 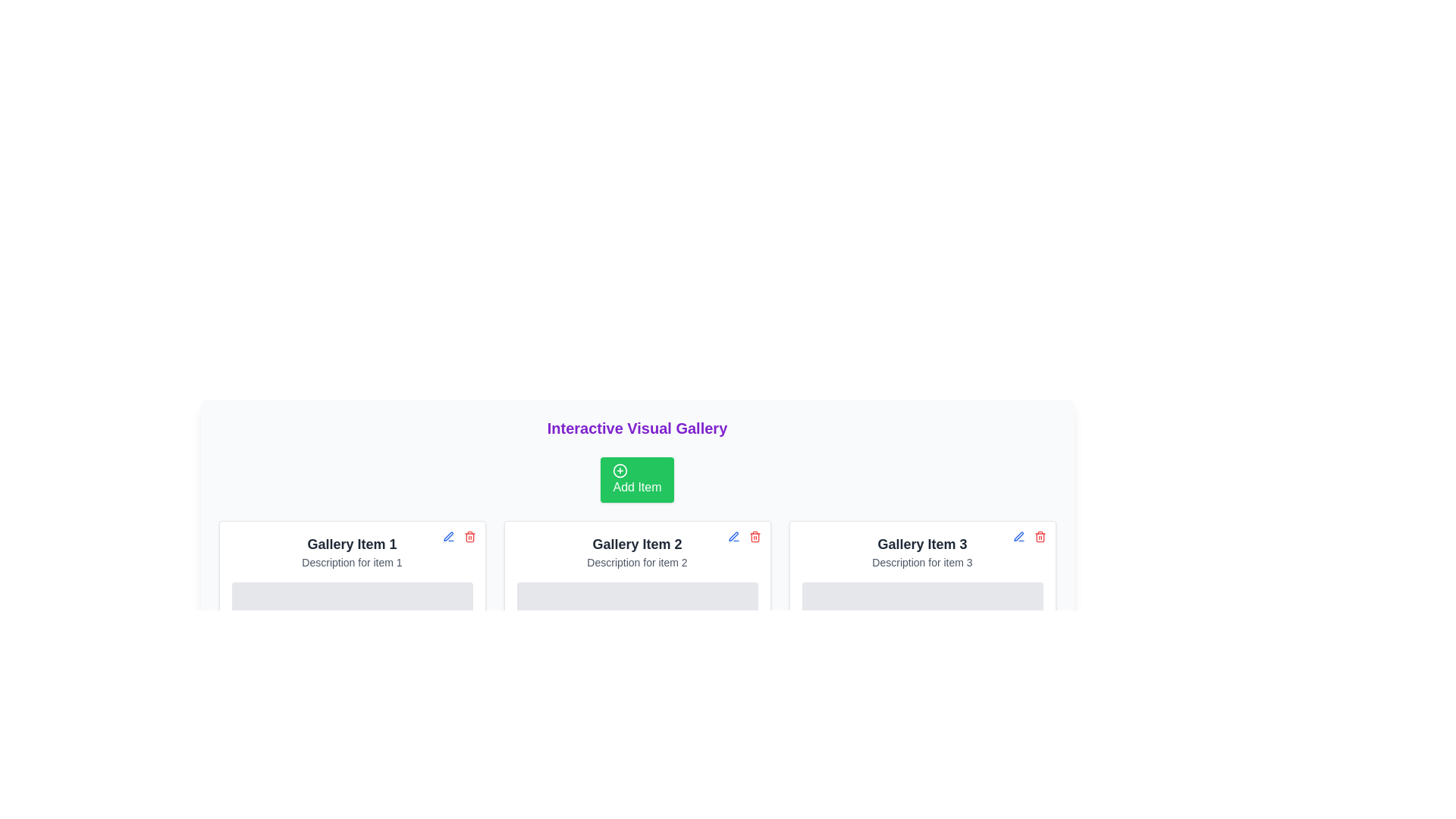 What do you see at coordinates (921, 631) in the screenshot?
I see `the visual placeholder located at the bottom of the third gallery card, directly below the title 'Gallery Item 3' and its description` at bounding box center [921, 631].